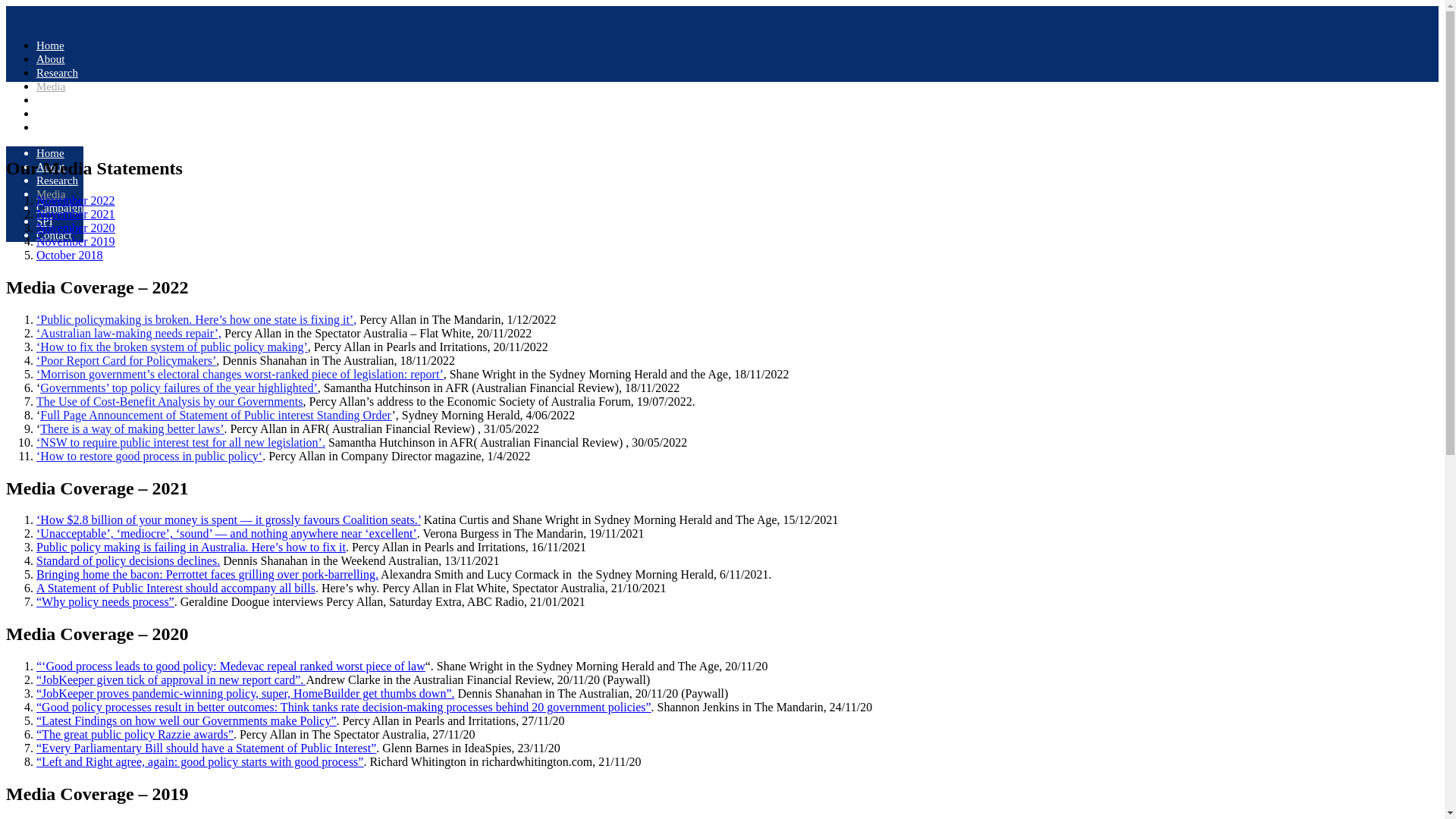  I want to click on 'Home', so click(50, 45).